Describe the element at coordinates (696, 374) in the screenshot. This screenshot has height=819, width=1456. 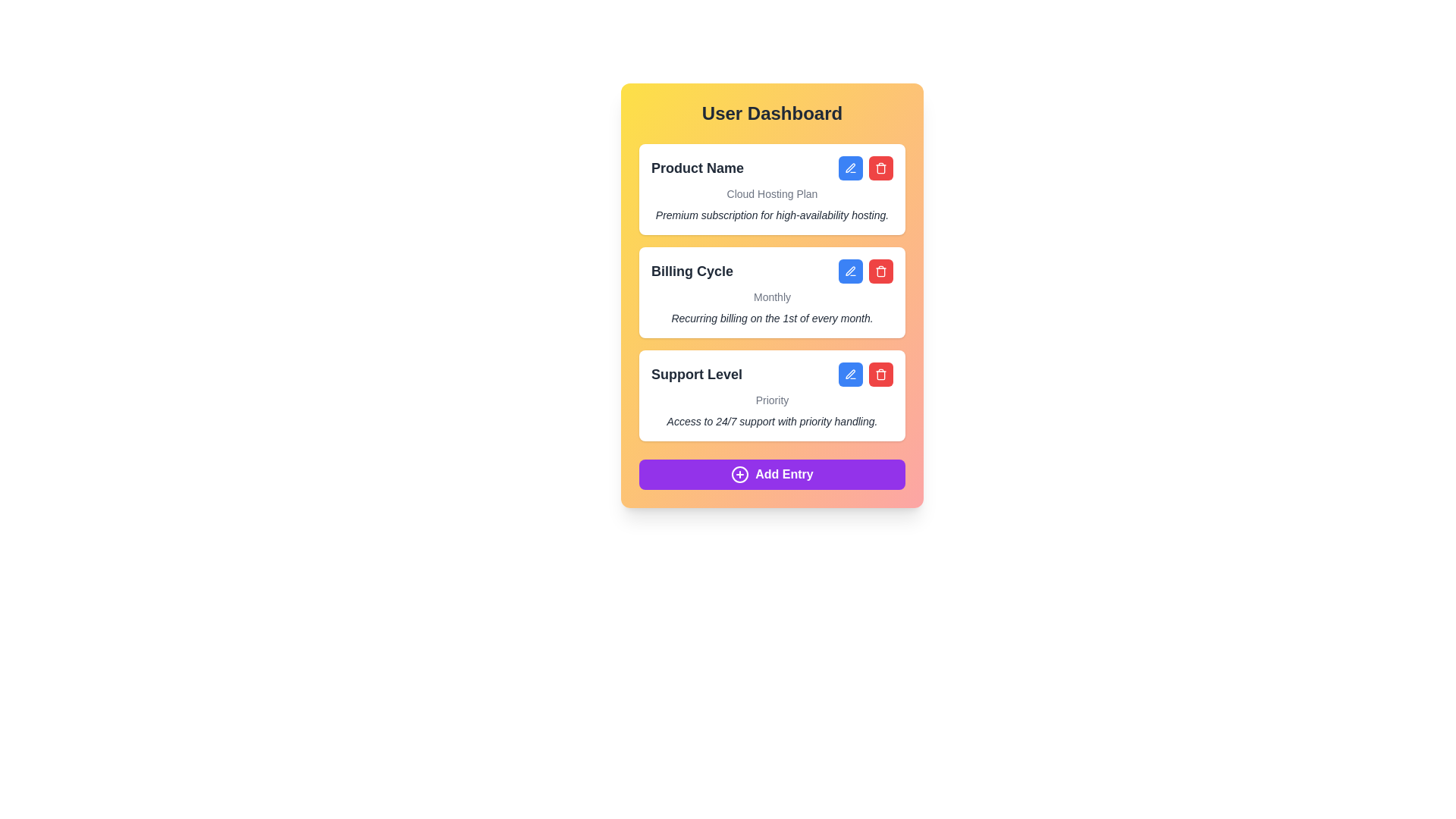
I see `the 'Support Level' text label, which is styled with a bold font and larger size, positioned in the middle section of the user dashboard, directly above the 'Priority' label` at that location.